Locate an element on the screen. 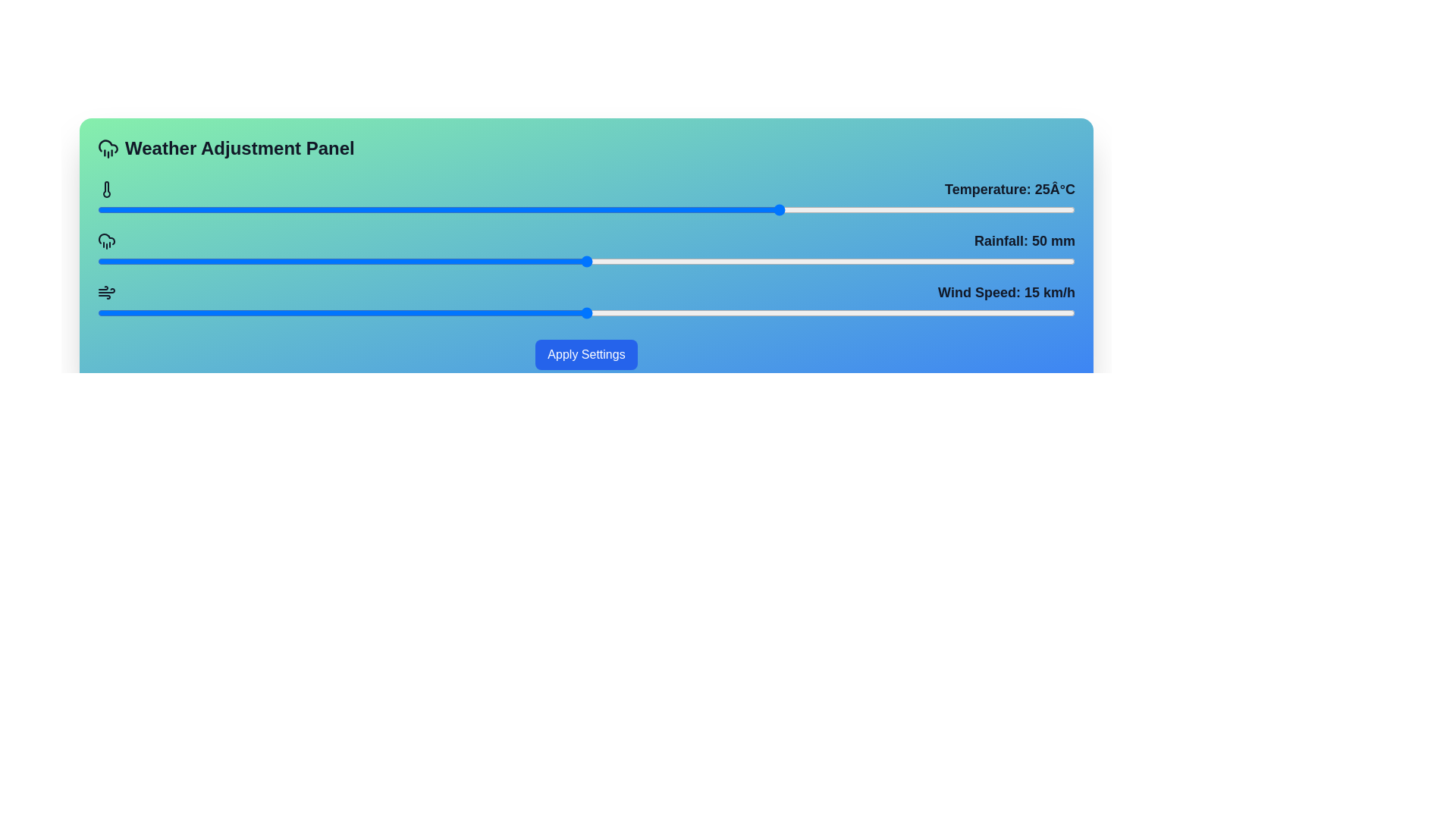  the slider handle of the rainfall adjustment slider, which is located below the 'Rainfall: 50 mm' label is located at coordinates (585, 260).